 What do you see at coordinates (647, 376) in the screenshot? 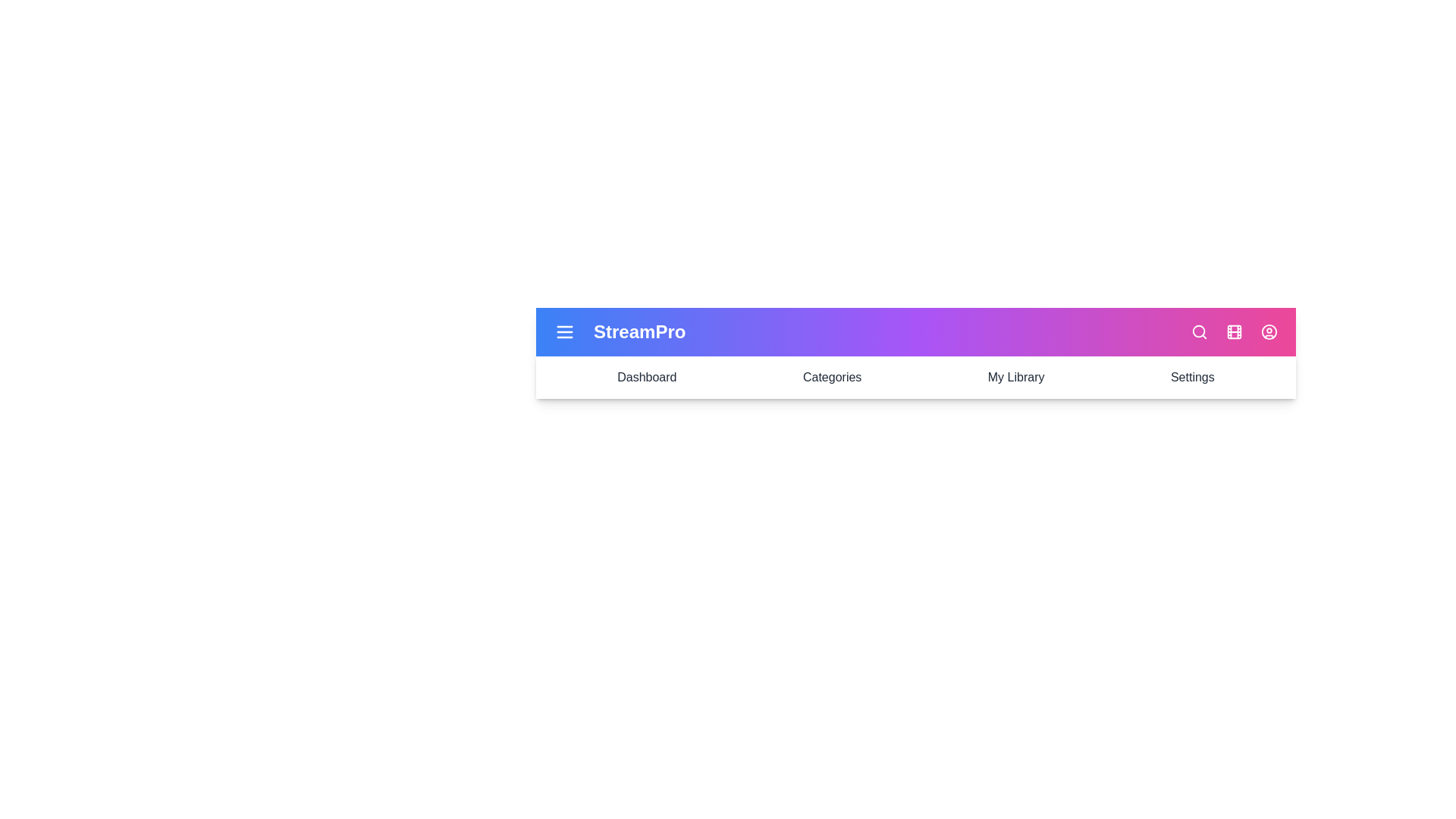
I see `the menu item Dashboard` at bounding box center [647, 376].